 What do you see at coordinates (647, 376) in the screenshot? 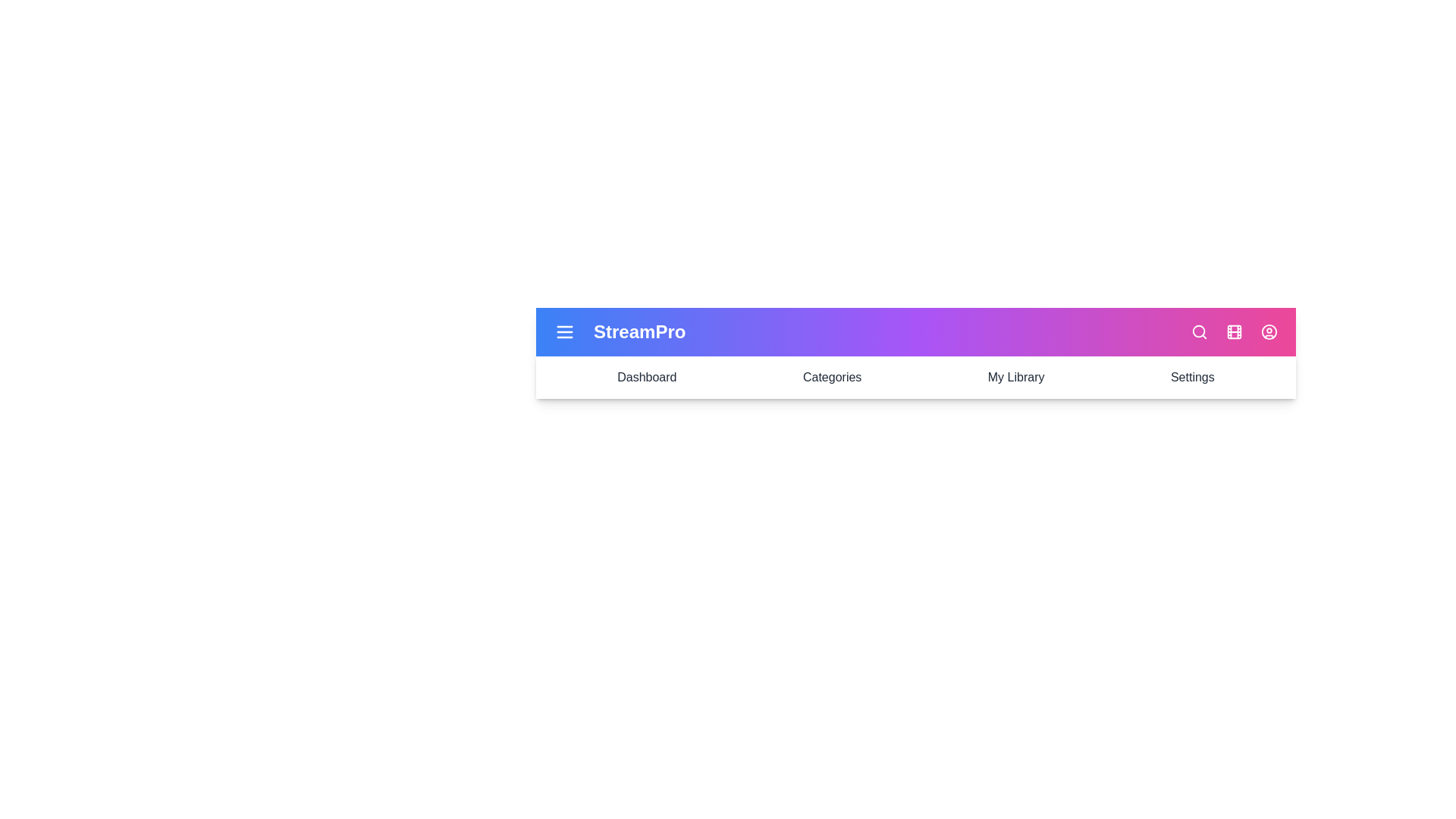
I see `the menu item Dashboard` at bounding box center [647, 376].